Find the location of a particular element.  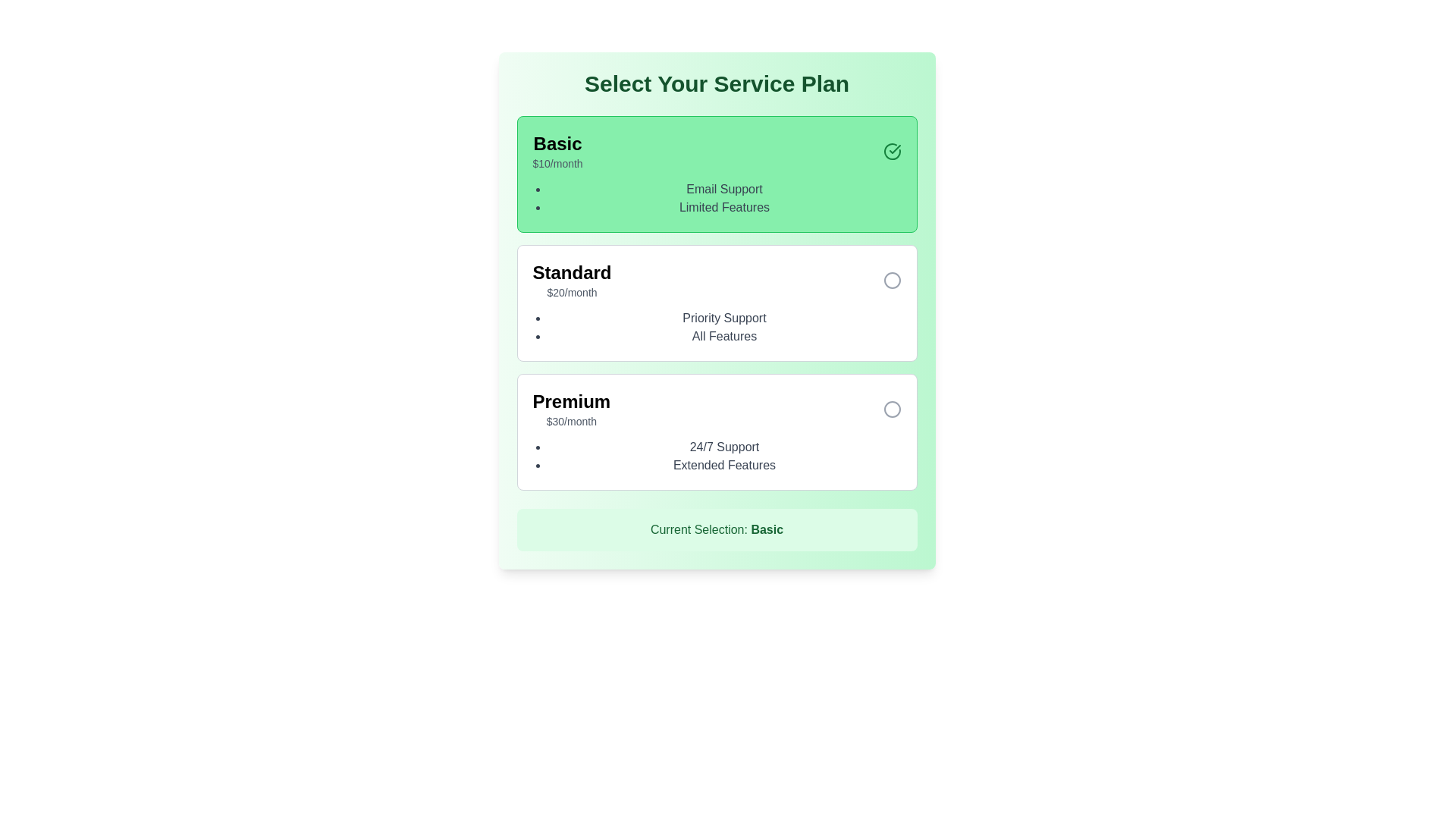

the informational label indicating that the 'Standard' service plan includes all features, which is displayed as the second item in the bulleted list under the 'Standard' service plan section is located at coordinates (723, 335).